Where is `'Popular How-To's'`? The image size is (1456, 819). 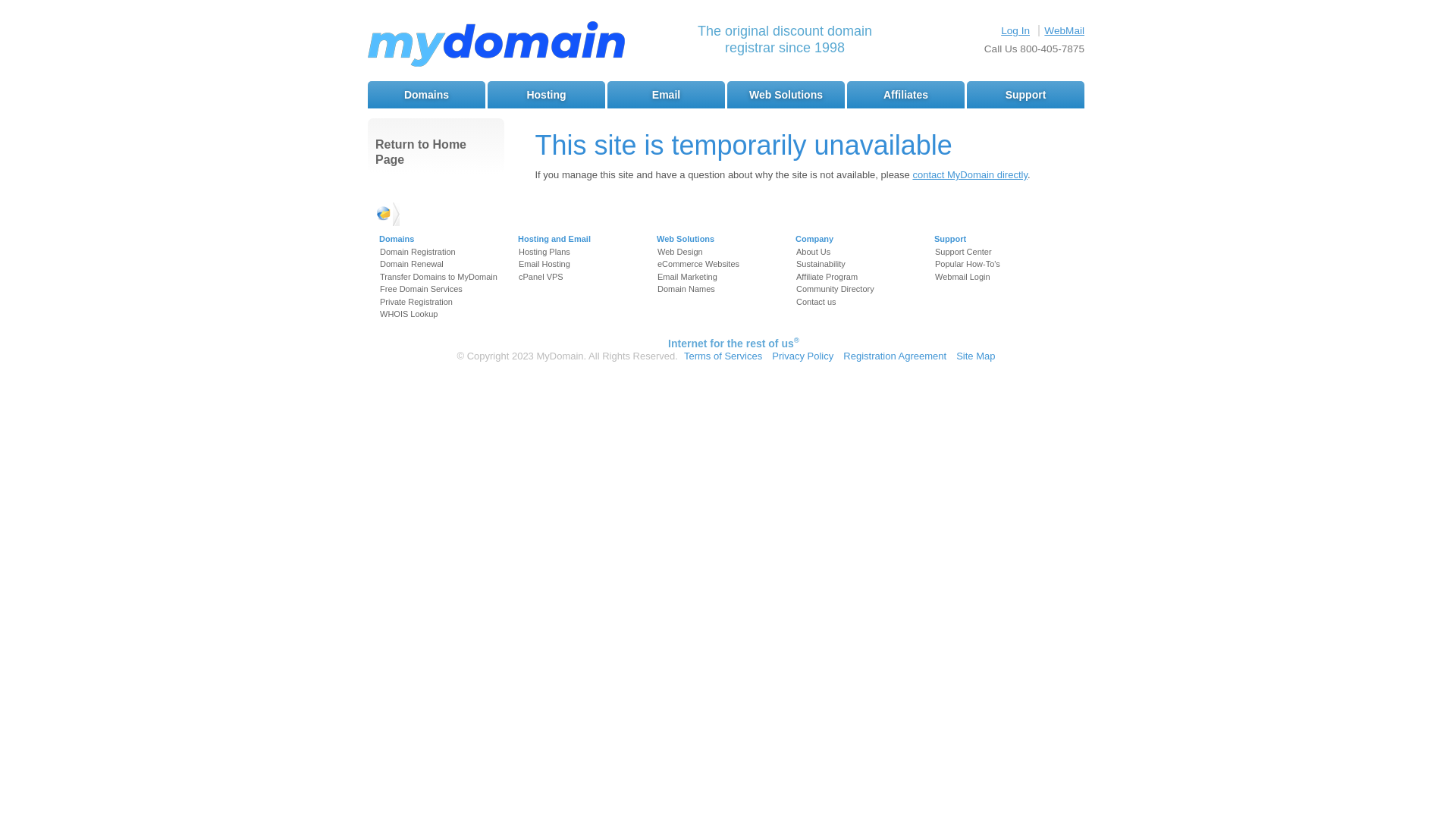
'Popular How-To's' is located at coordinates (967, 262).